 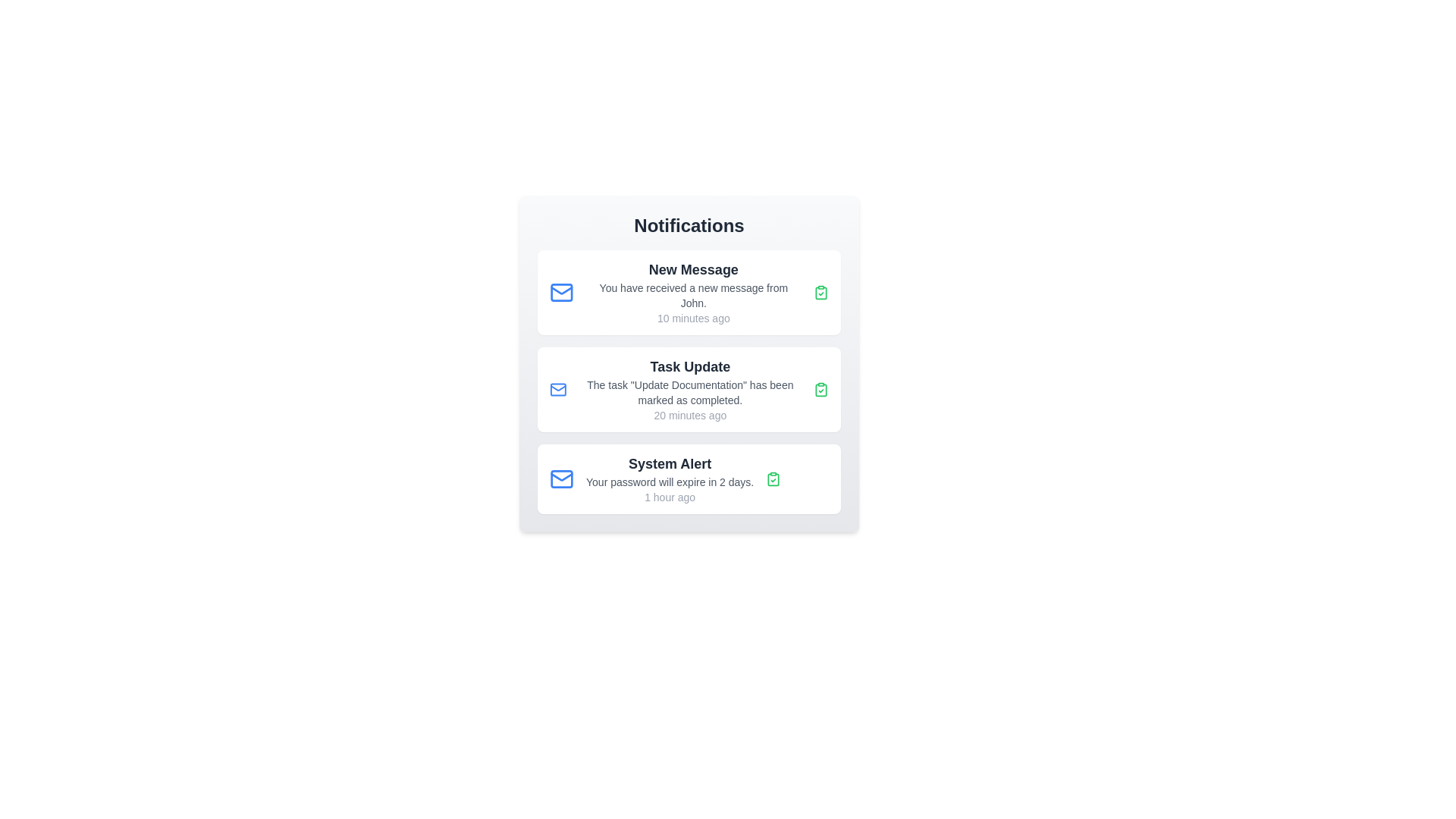 What do you see at coordinates (773, 479) in the screenshot?
I see `the green icon to mark the notification as read for 3` at bounding box center [773, 479].